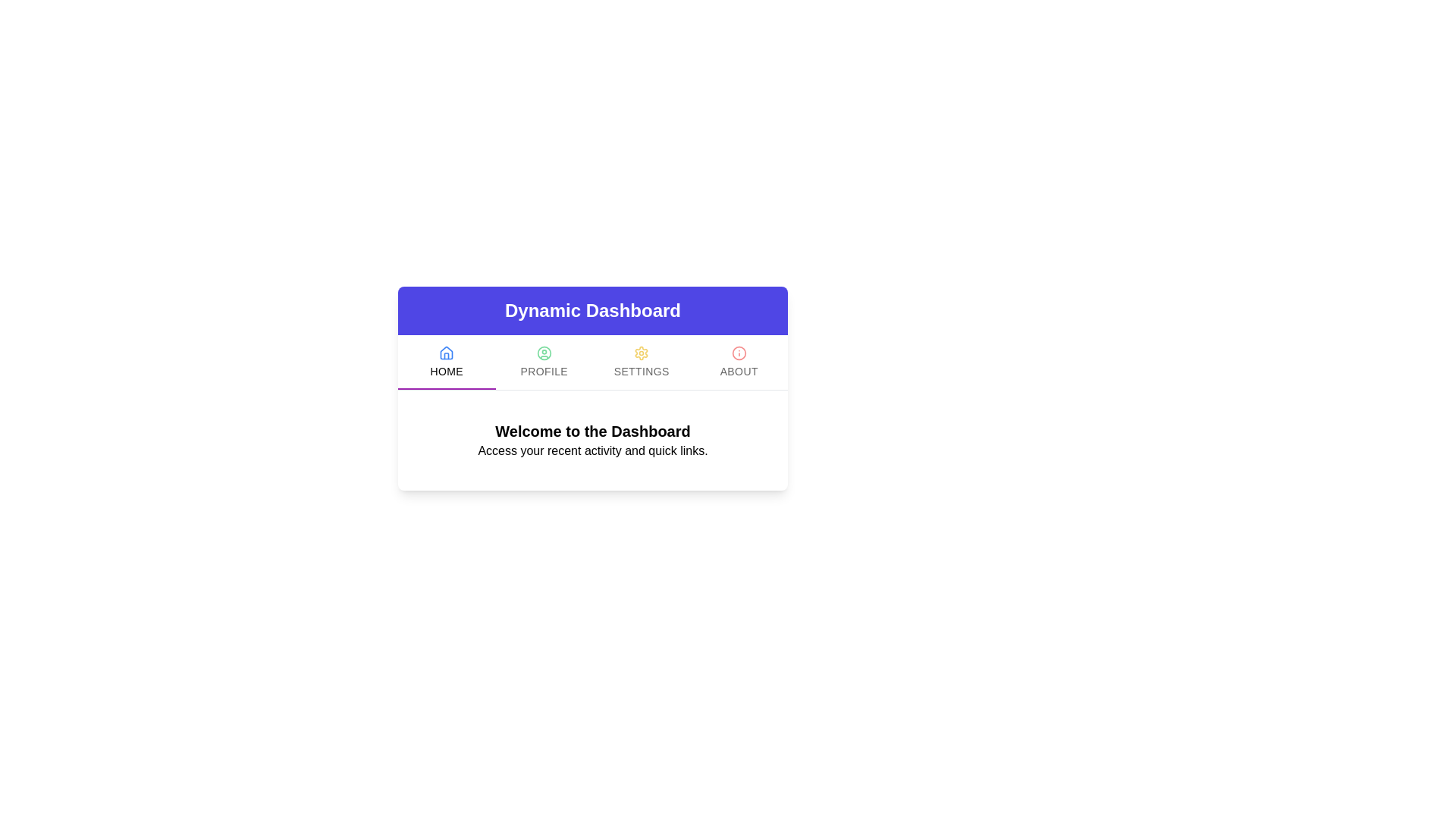 The width and height of the screenshot is (1456, 819). I want to click on the 'Home' tab in the Tabs navigation bar, so click(592, 362).